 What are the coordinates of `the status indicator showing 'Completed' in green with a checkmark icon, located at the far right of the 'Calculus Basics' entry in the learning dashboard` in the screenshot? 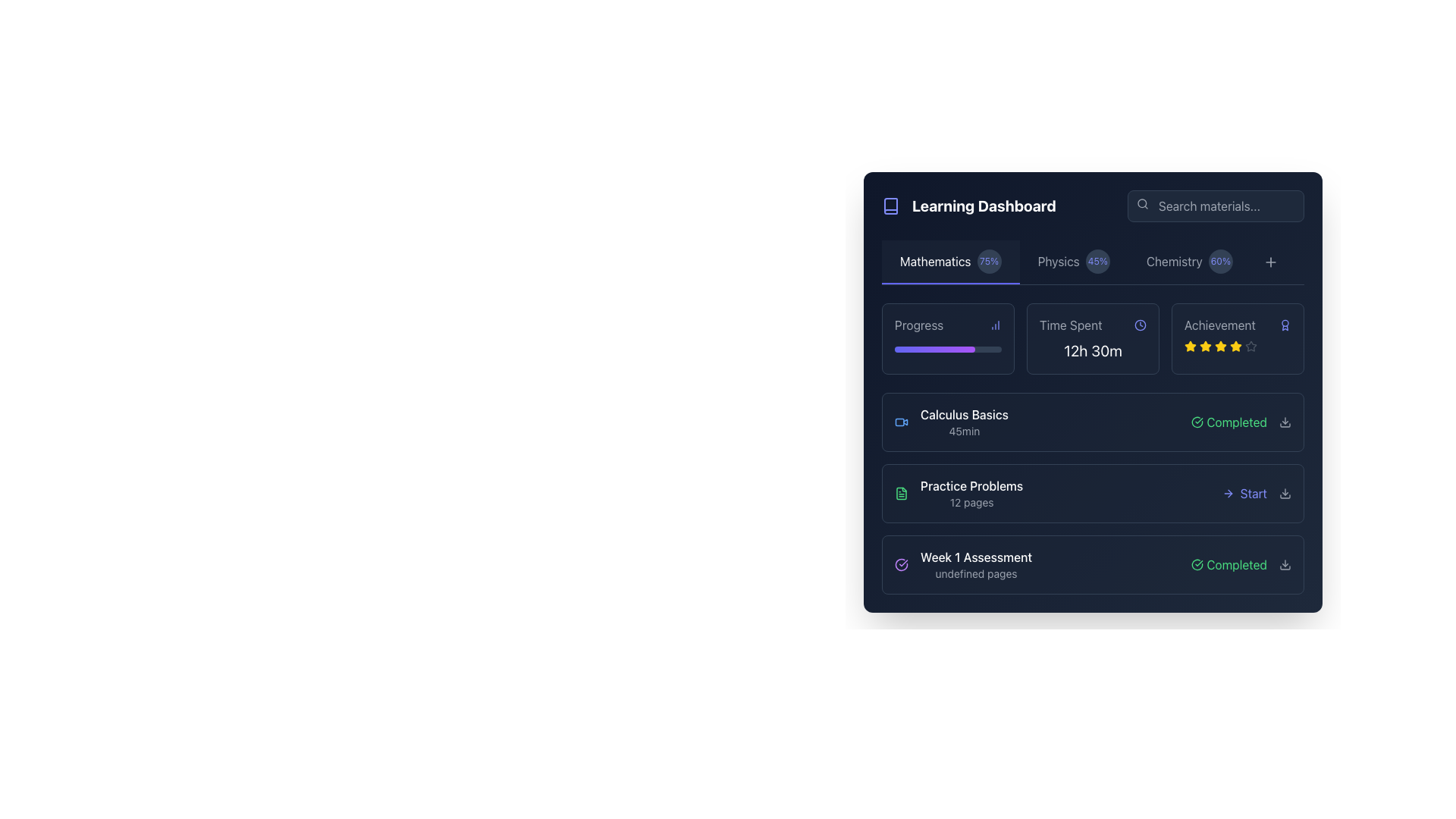 It's located at (1241, 422).